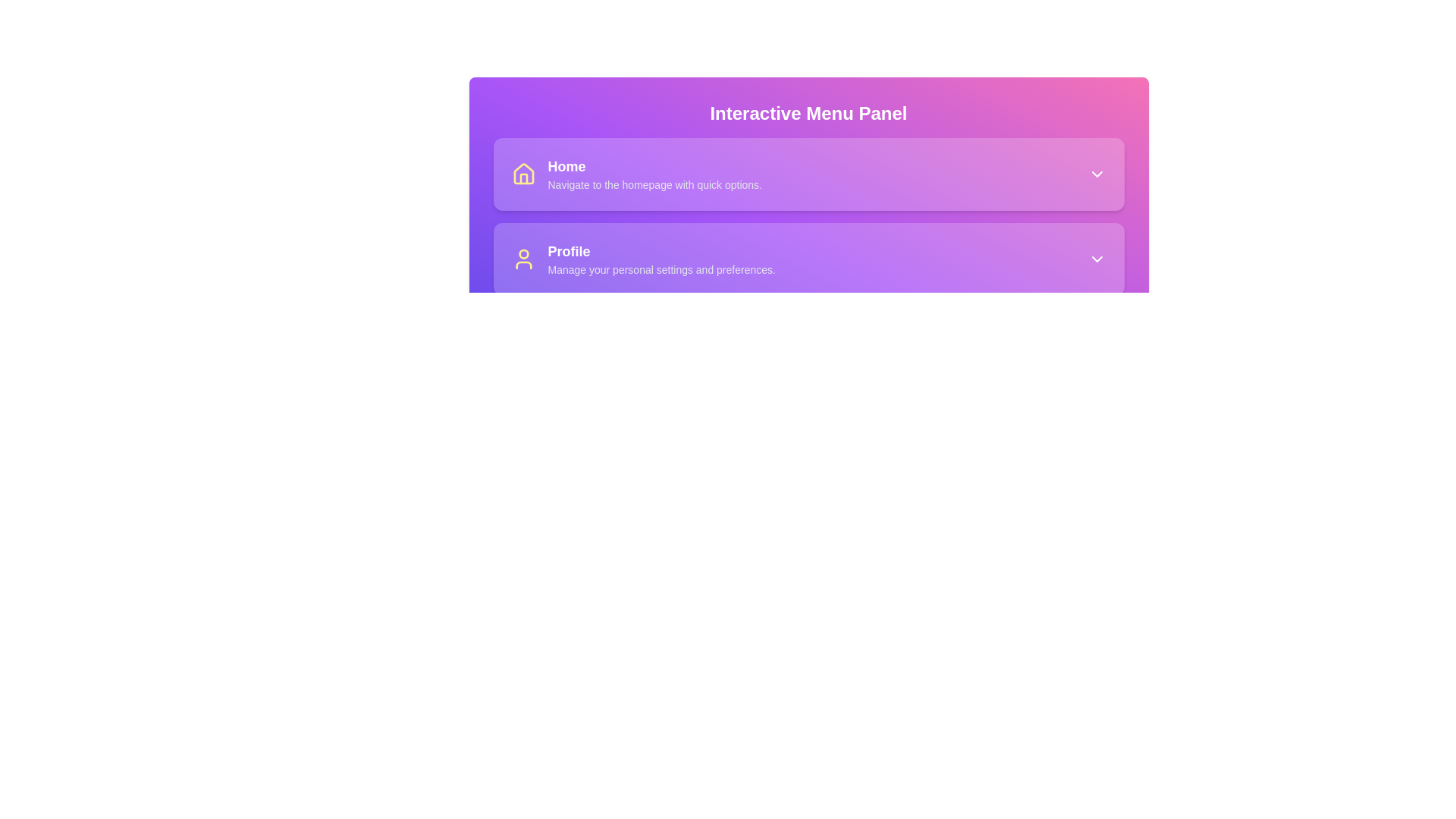 The height and width of the screenshot is (819, 1456). Describe the element at coordinates (808, 259) in the screenshot. I see `the second clickable menu option in the Interactive Menu Panel that leads to the 'Profile' section, which is located between the 'Home' and 'Notifications' options` at that location.